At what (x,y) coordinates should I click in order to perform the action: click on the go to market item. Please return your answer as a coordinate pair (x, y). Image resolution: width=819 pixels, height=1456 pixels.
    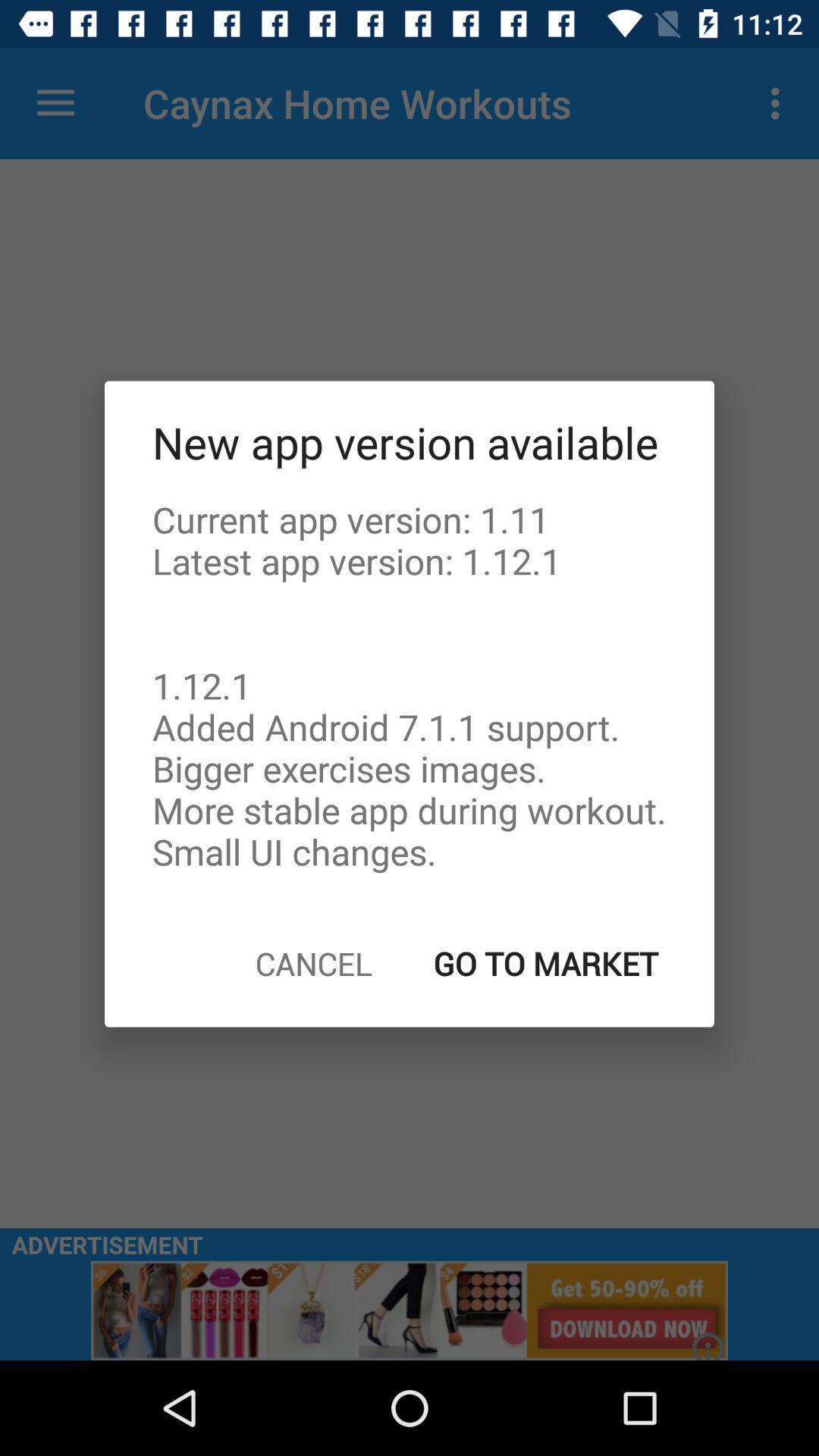
    Looking at the image, I should click on (546, 962).